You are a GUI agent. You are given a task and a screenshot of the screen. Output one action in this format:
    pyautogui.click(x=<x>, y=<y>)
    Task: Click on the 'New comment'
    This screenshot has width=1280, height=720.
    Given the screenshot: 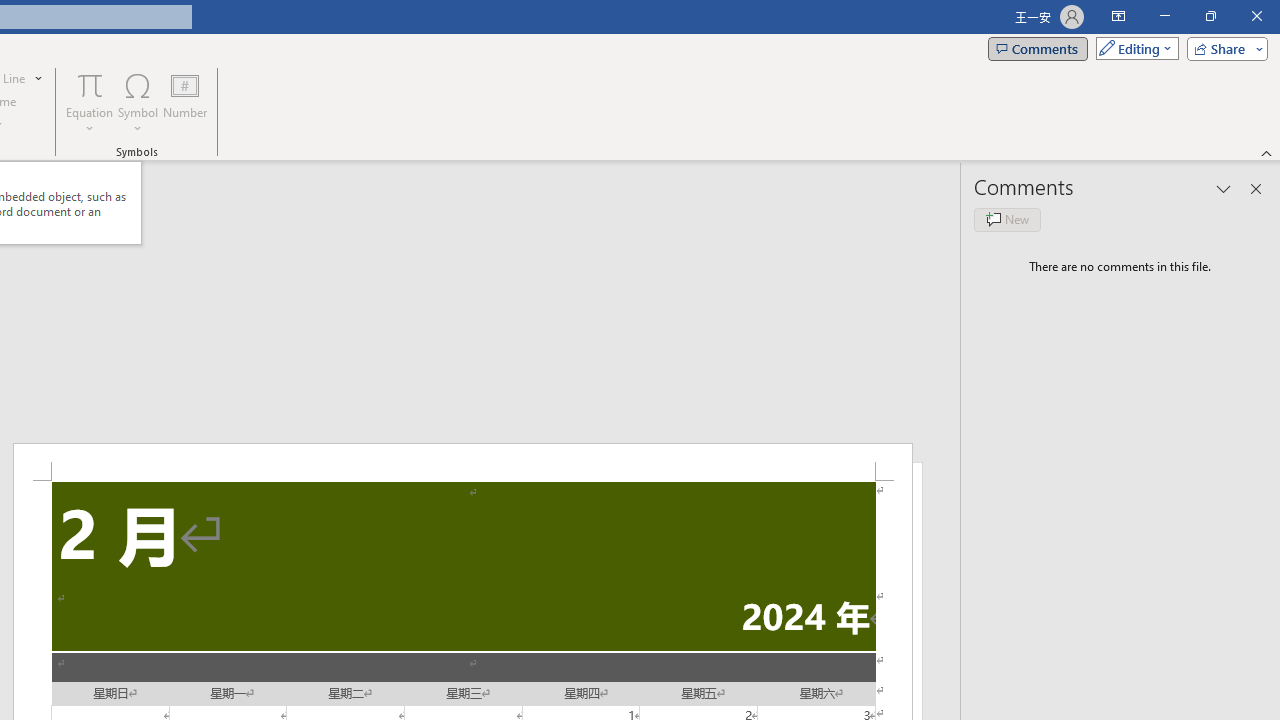 What is the action you would take?
    pyautogui.click(x=1007, y=219)
    